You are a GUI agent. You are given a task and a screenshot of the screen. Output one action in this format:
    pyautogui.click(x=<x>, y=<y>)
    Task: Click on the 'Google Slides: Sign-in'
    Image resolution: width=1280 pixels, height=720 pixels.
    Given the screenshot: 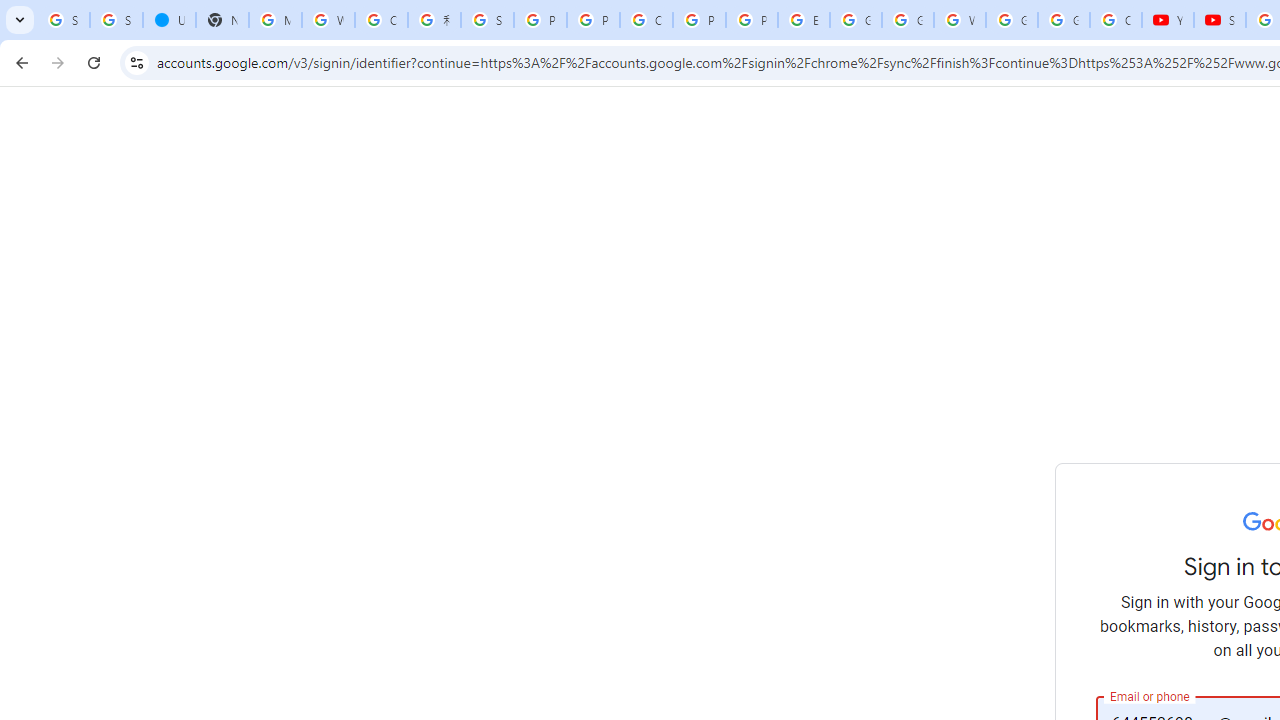 What is the action you would take?
    pyautogui.click(x=855, y=20)
    